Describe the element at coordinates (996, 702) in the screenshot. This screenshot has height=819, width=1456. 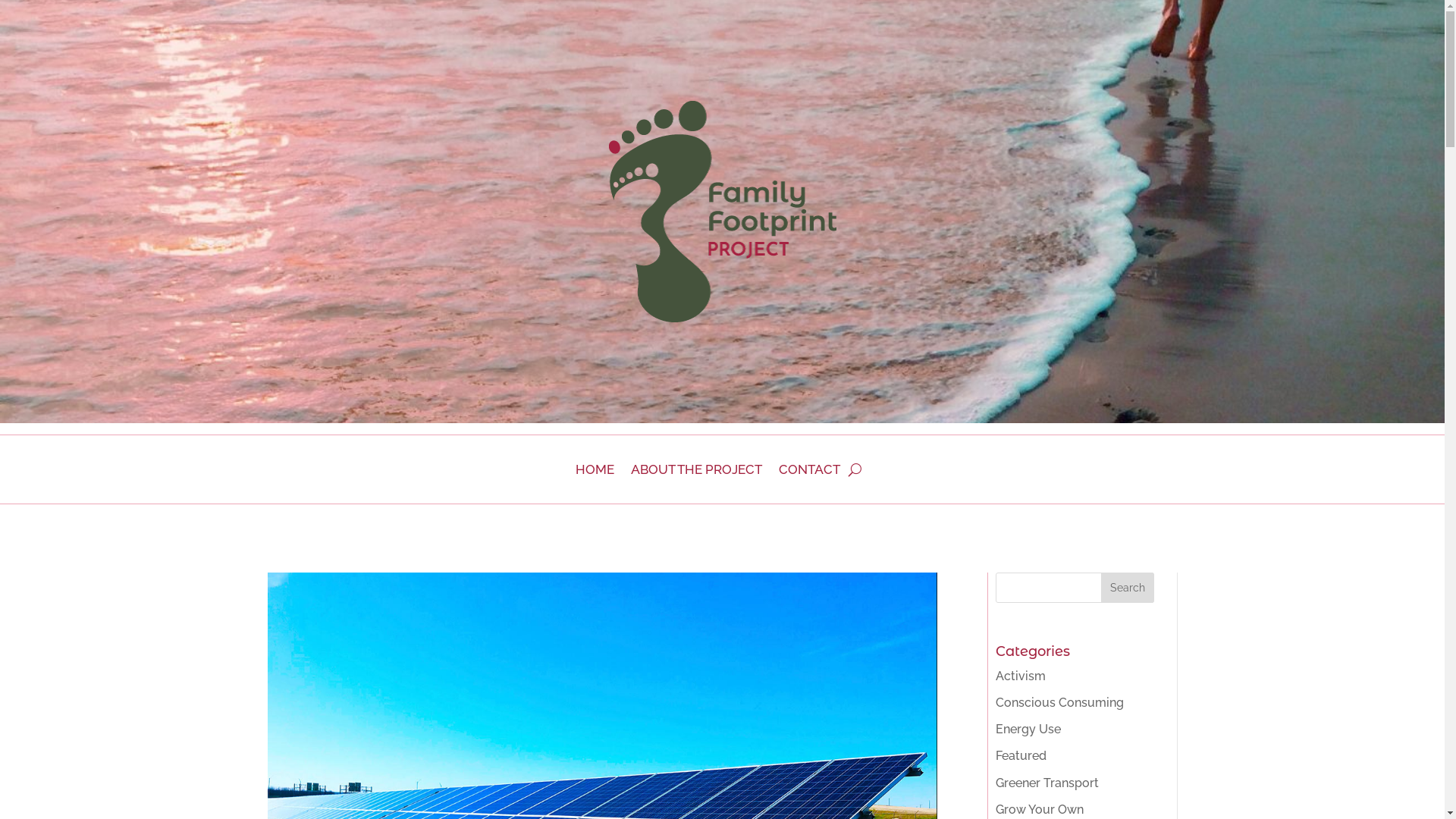
I see `'Conscious Consuming'` at that location.